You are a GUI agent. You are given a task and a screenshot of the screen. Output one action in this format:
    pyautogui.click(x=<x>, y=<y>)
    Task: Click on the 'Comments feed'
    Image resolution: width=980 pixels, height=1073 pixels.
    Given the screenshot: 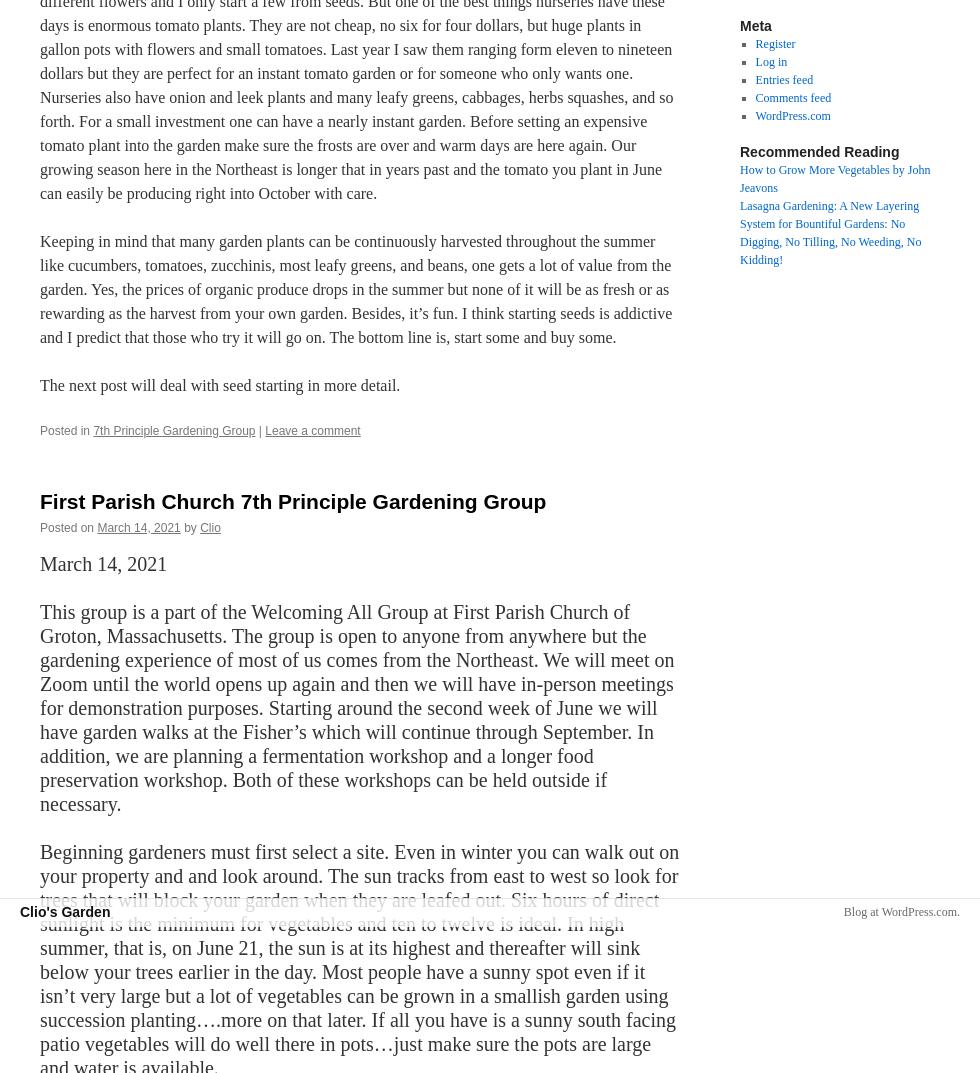 What is the action you would take?
    pyautogui.click(x=793, y=97)
    